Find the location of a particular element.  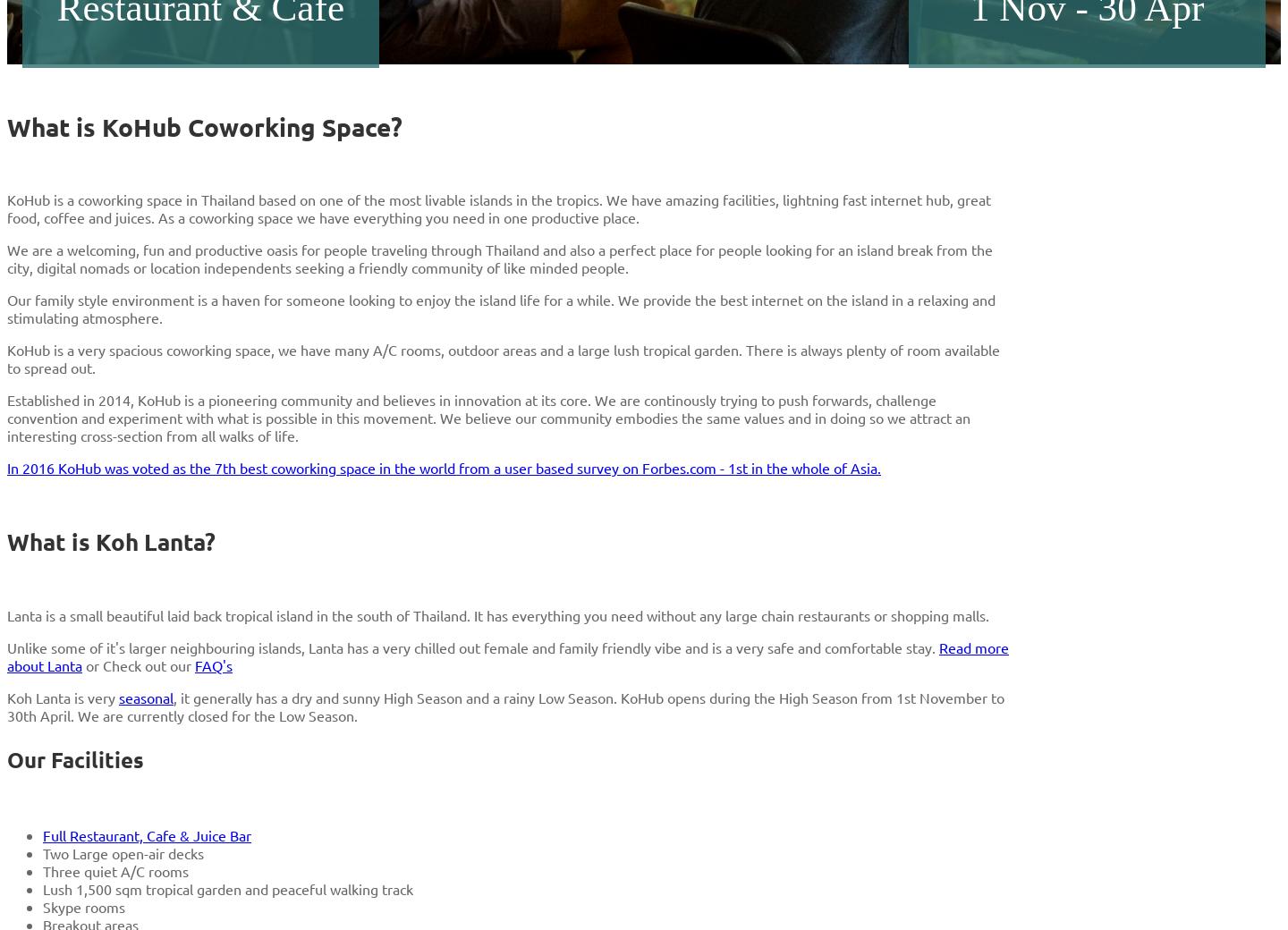

'Three quiet A/C rooms' is located at coordinates (41, 870).